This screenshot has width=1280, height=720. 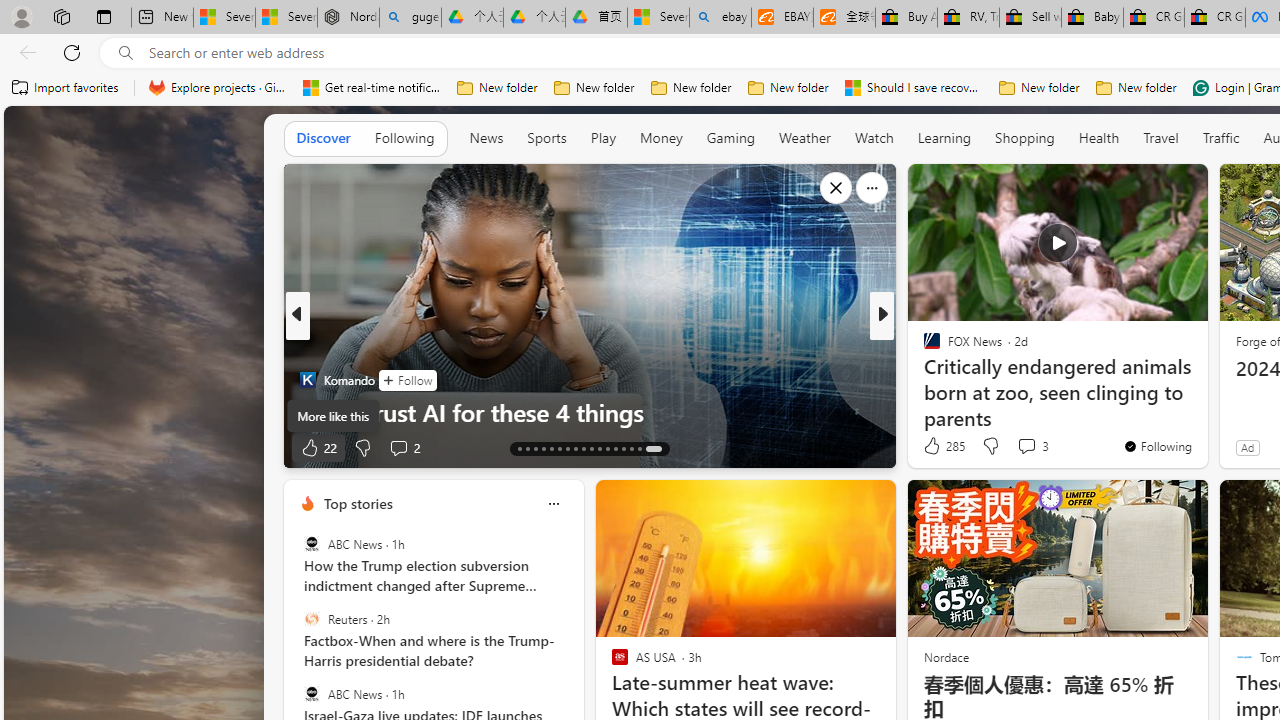 I want to click on 'AutomationID: tab-15', so click(x=535, y=447).